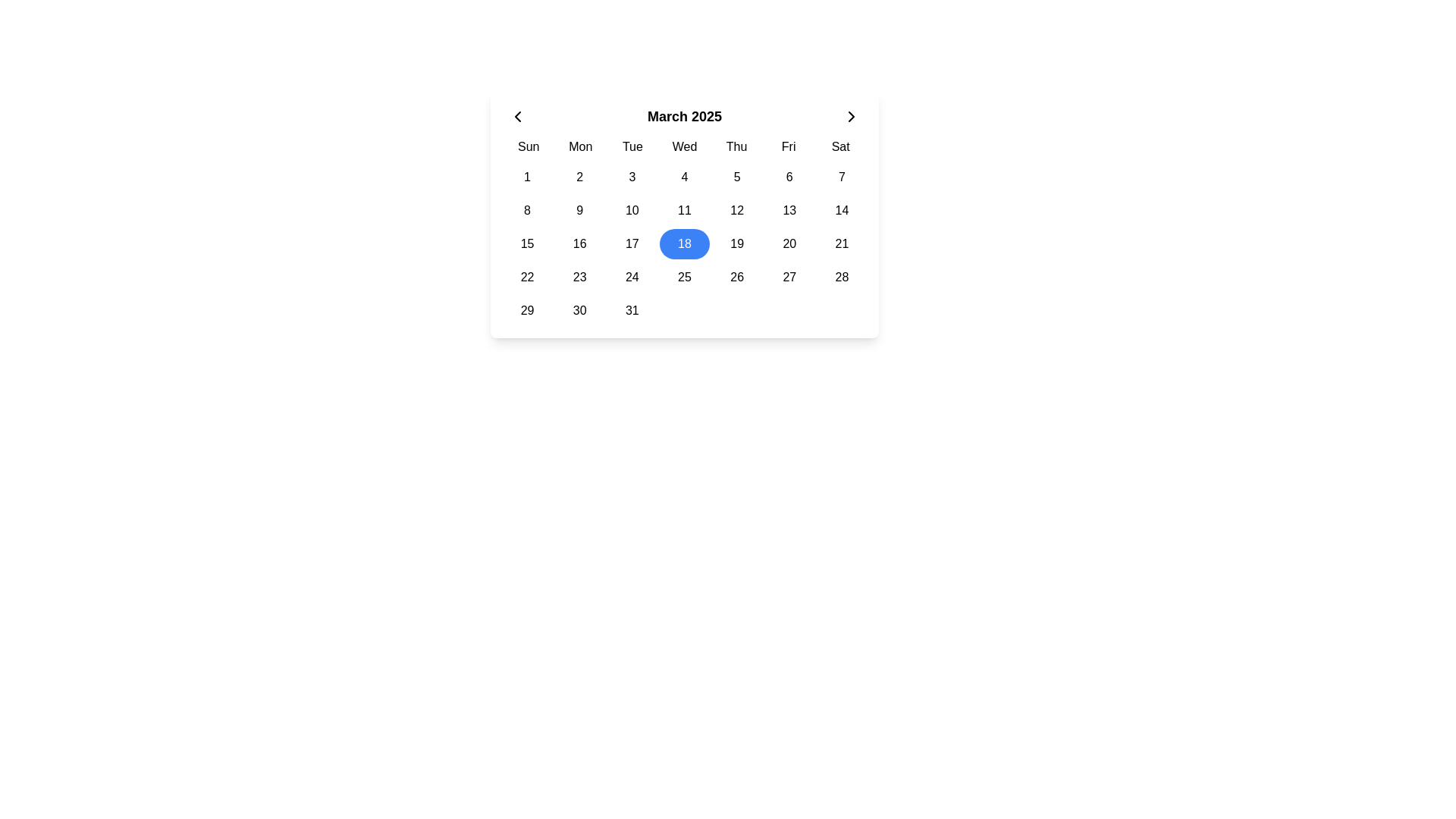 The image size is (1456, 819). What do you see at coordinates (527, 210) in the screenshot?
I see `the circular button displaying the number '8' in bold text` at bounding box center [527, 210].